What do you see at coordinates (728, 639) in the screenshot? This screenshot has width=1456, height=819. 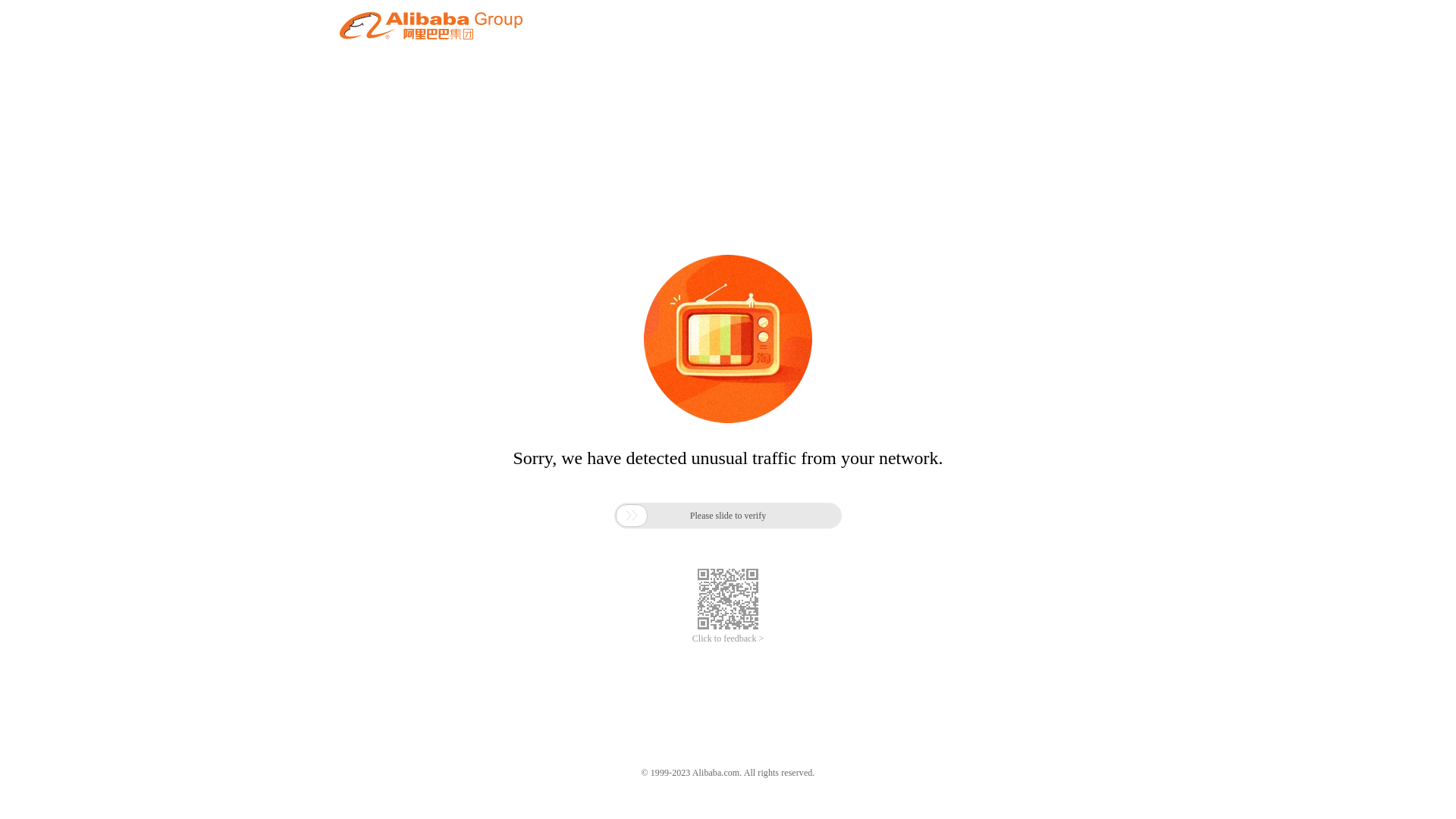 I see `'Click to feedback >'` at bounding box center [728, 639].